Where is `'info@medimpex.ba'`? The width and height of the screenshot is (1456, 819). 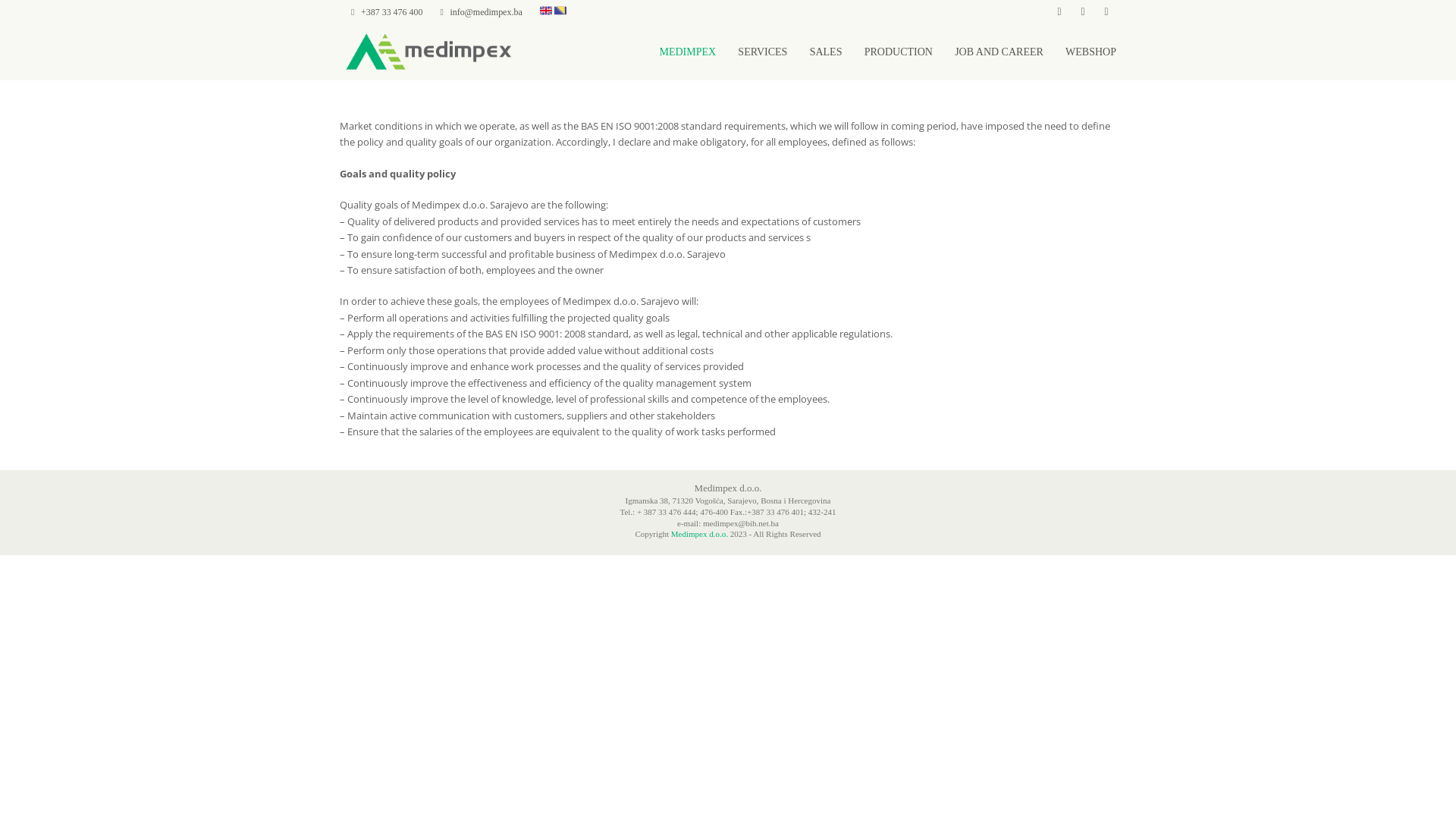
'info@medimpex.ba' is located at coordinates (450, 11).